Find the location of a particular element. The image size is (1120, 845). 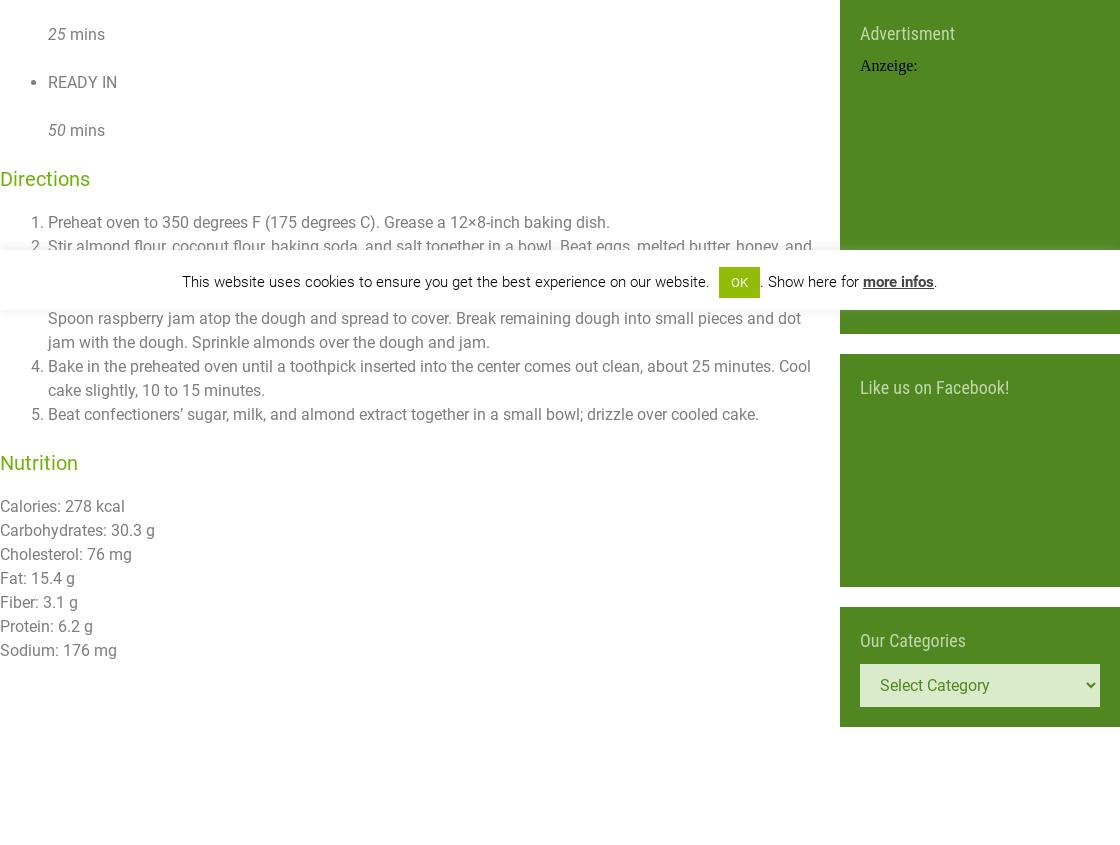

'3.1' is located at coordinates (53, 602).